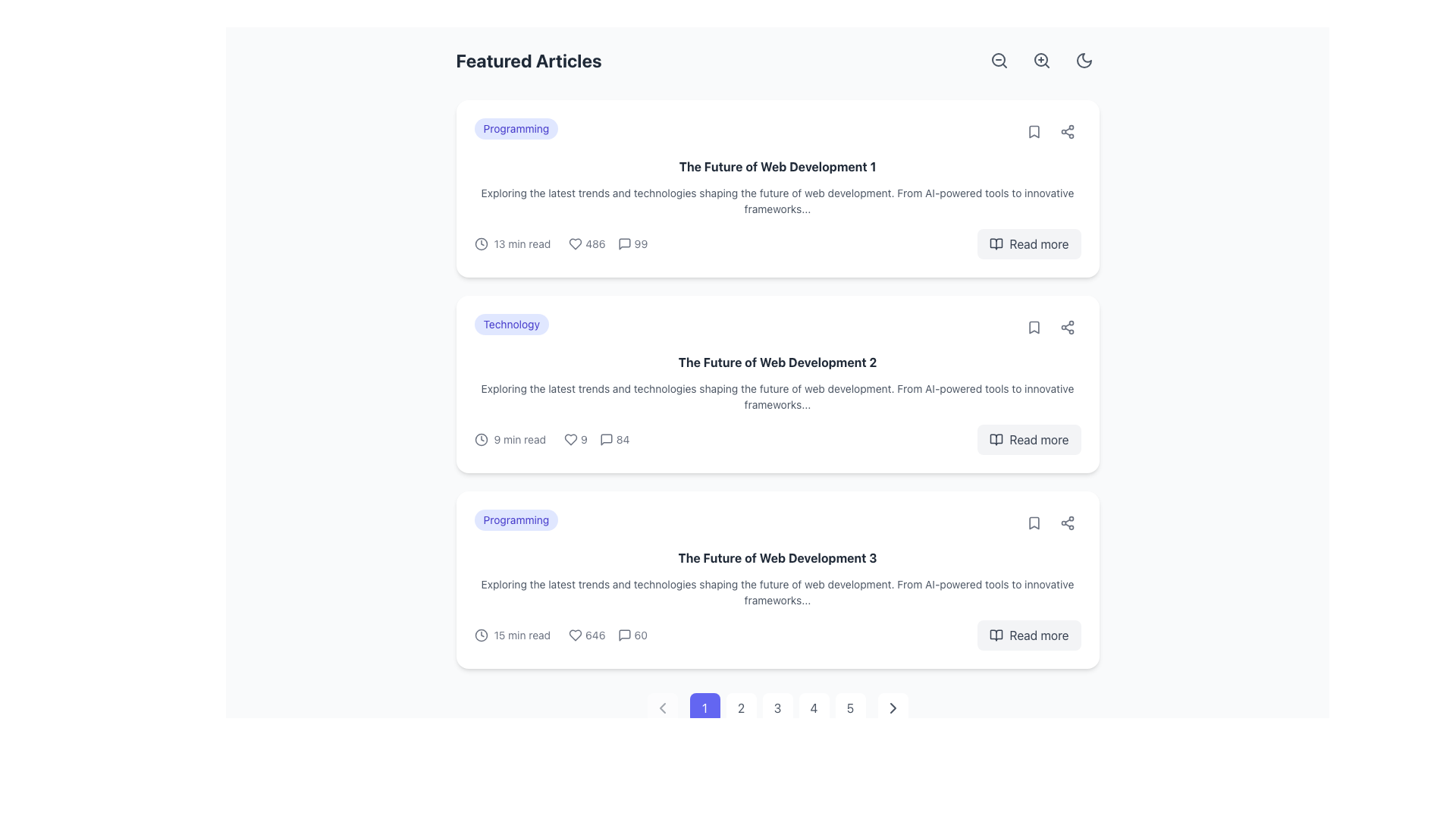 The height and width of the screenshot is (819, 1456). Describe the element at coordinates (777, 200) in the screenshot. I see `text content of the Text Block located under the bold title 'The Future of Web Development 1' in the first card of featured articles` at that location.